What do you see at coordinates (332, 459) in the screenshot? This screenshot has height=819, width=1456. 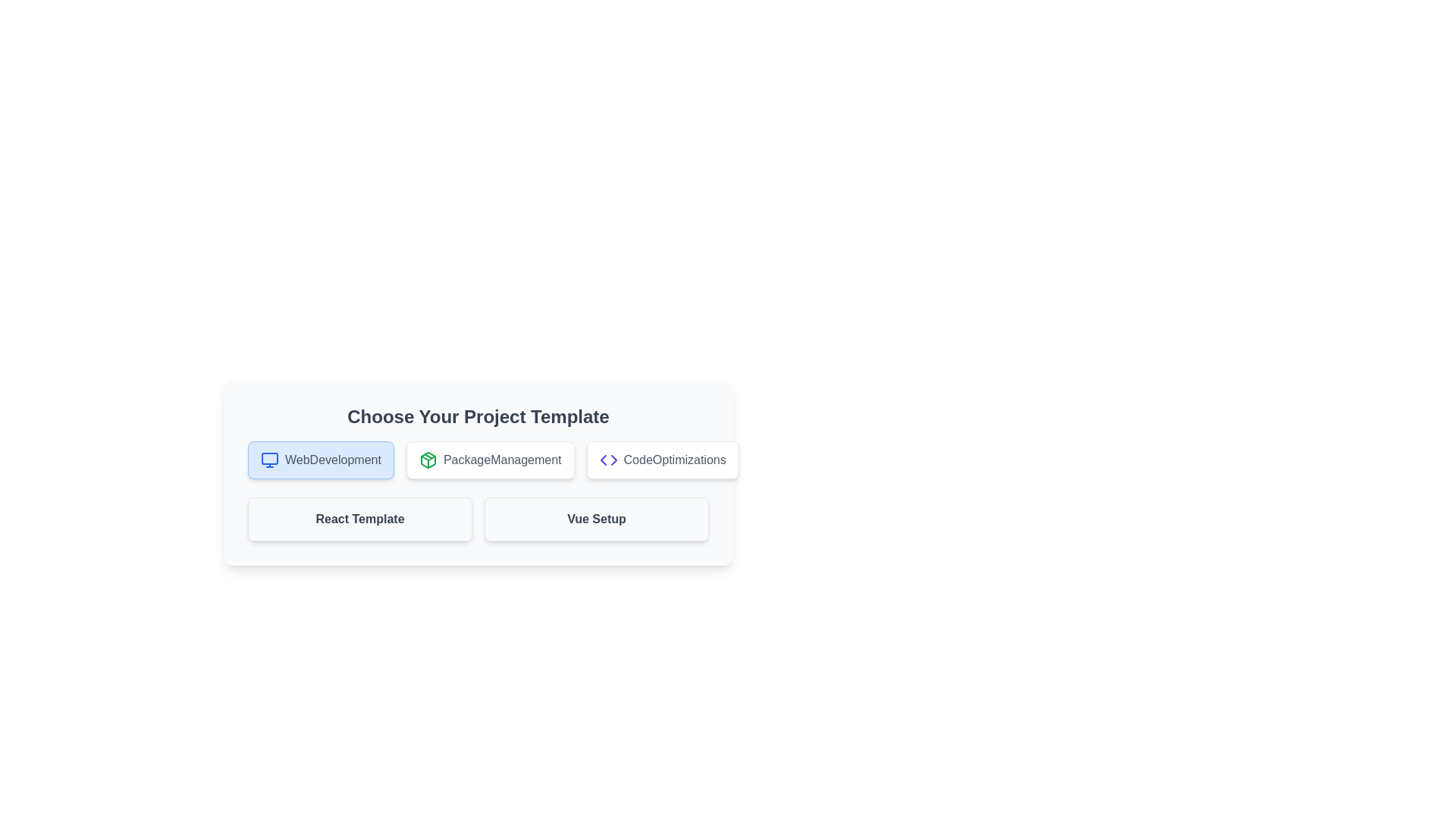 I see `the text label displaying 'WebDevelopment' which is styled as part of a button structure and located next to a computer monitor icon` at bounding box center [332, 459].